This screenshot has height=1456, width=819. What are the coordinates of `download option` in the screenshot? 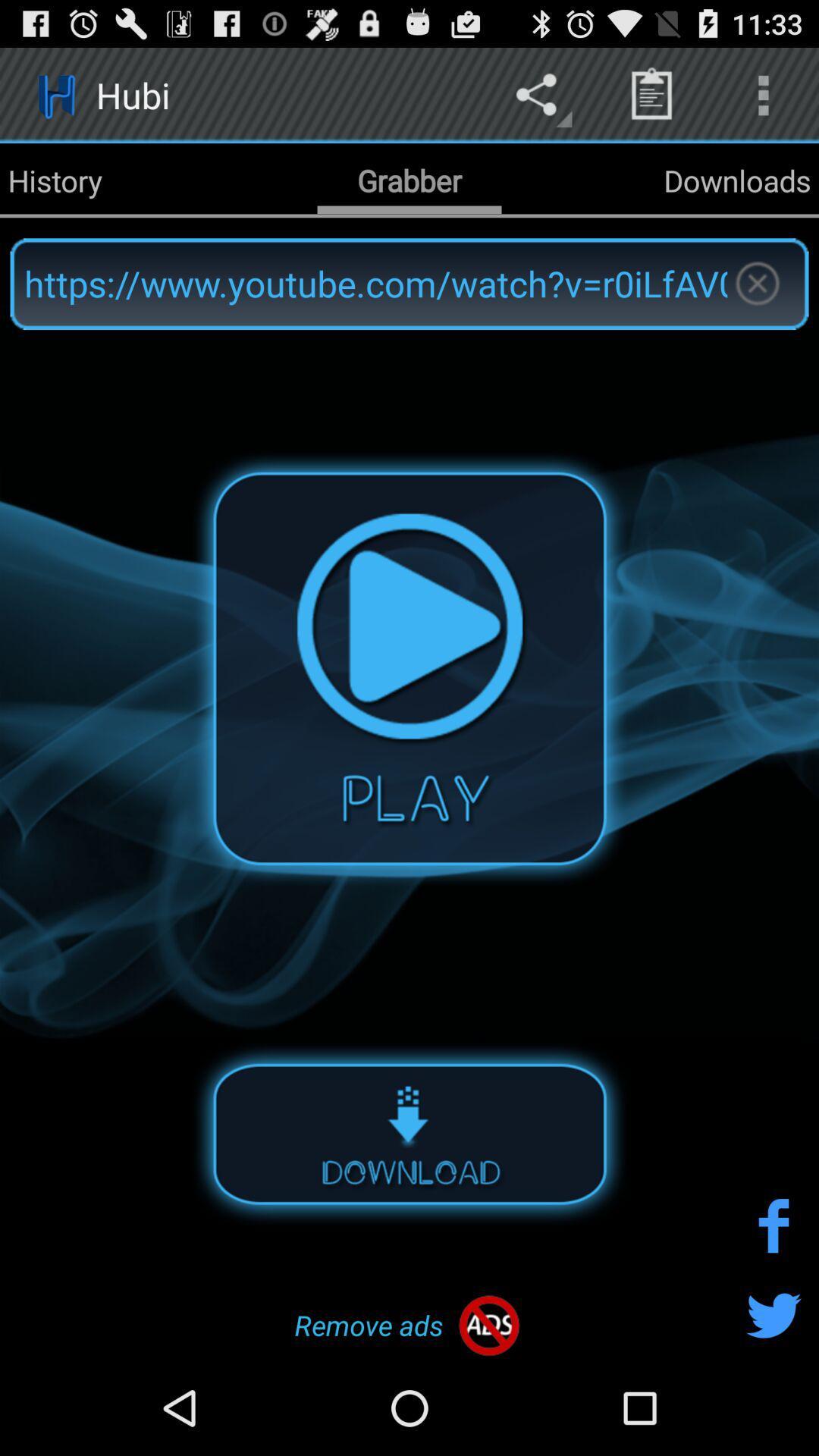 It's located at (409, 1133).